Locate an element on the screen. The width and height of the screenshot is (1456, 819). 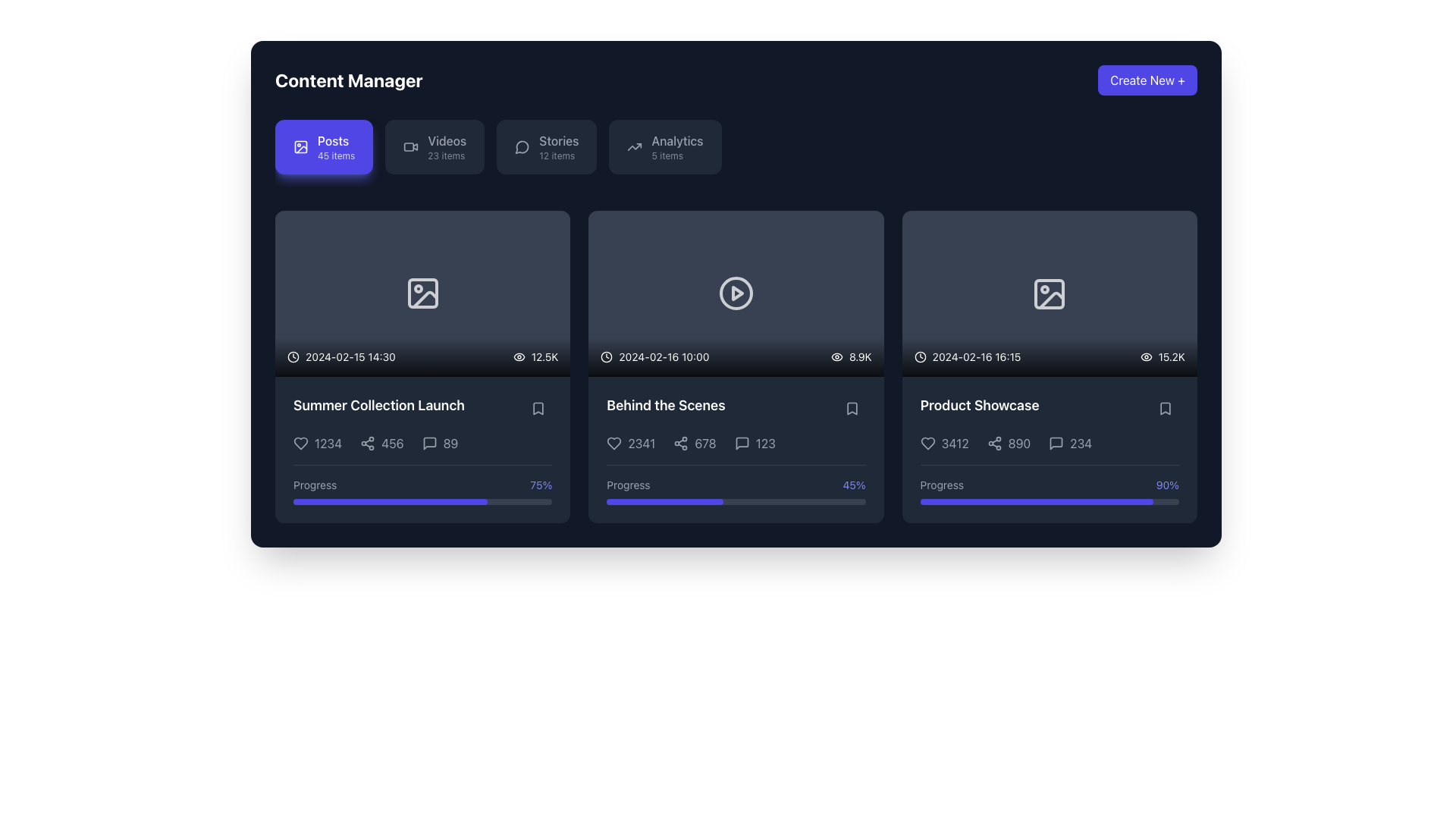
the 'Videos' icon within the 'Videos 23 items' button, which is the second icon from the left in the horizontal row is located at coordinates (411, 146).